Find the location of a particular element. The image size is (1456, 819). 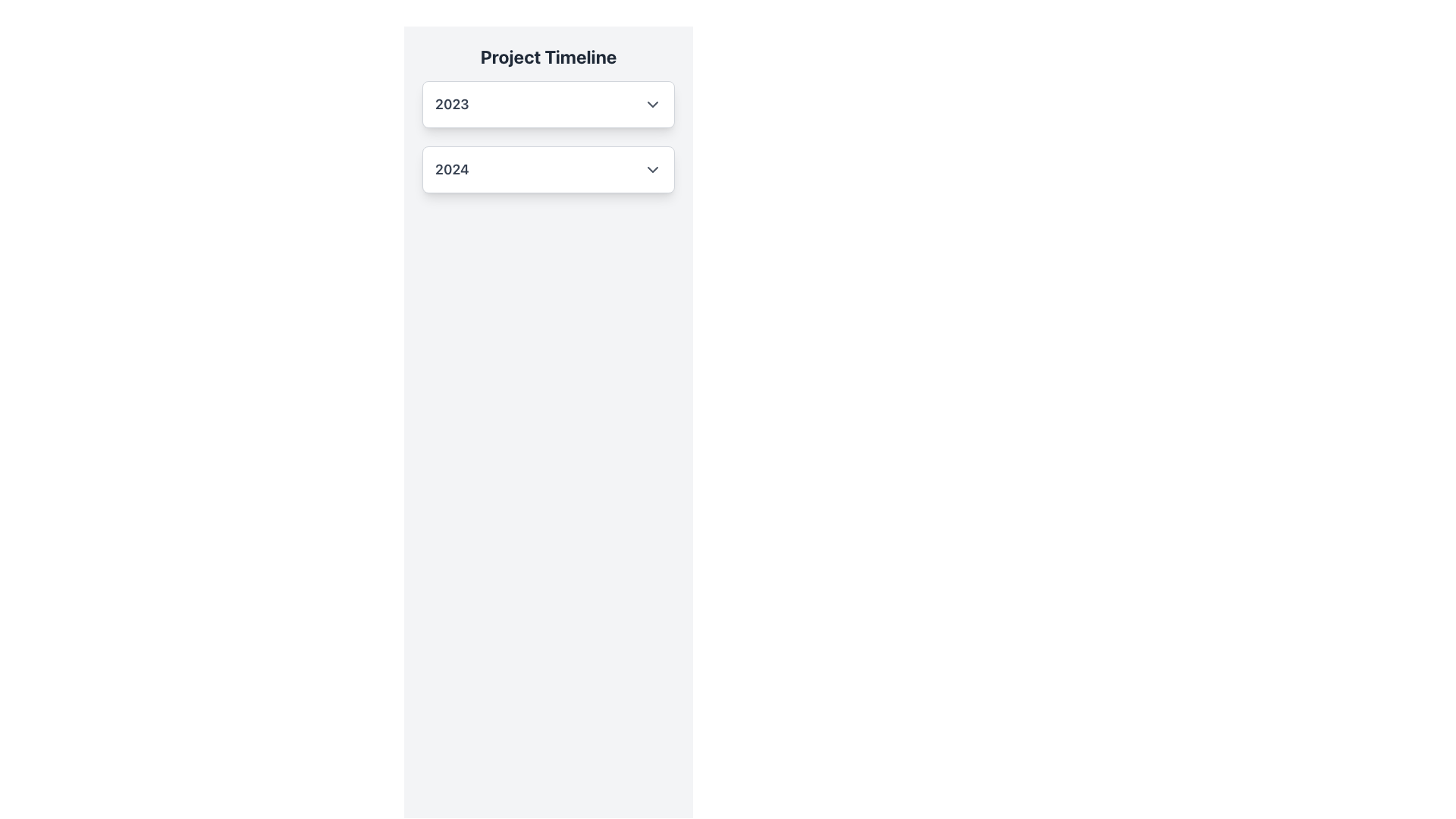

the text label displaying the number '2023', which is styled in large, bold gray font and located to the left of a dropdown arrow icon under the 'Project Timeline' heading is located at coordinates (451, 104).